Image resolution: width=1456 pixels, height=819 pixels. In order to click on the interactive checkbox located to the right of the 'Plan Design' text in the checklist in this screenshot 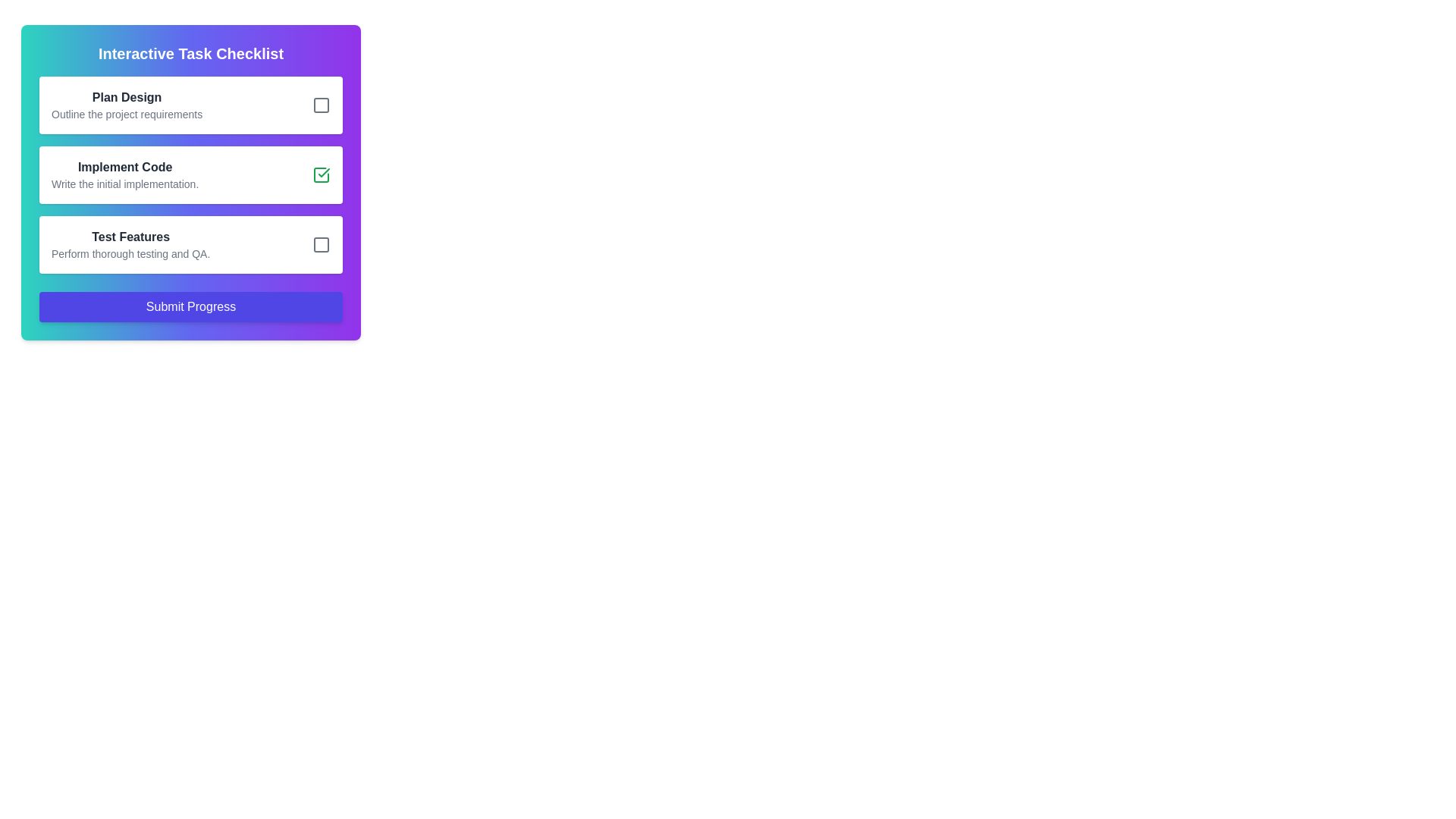, I will do `click(320, 104)`.